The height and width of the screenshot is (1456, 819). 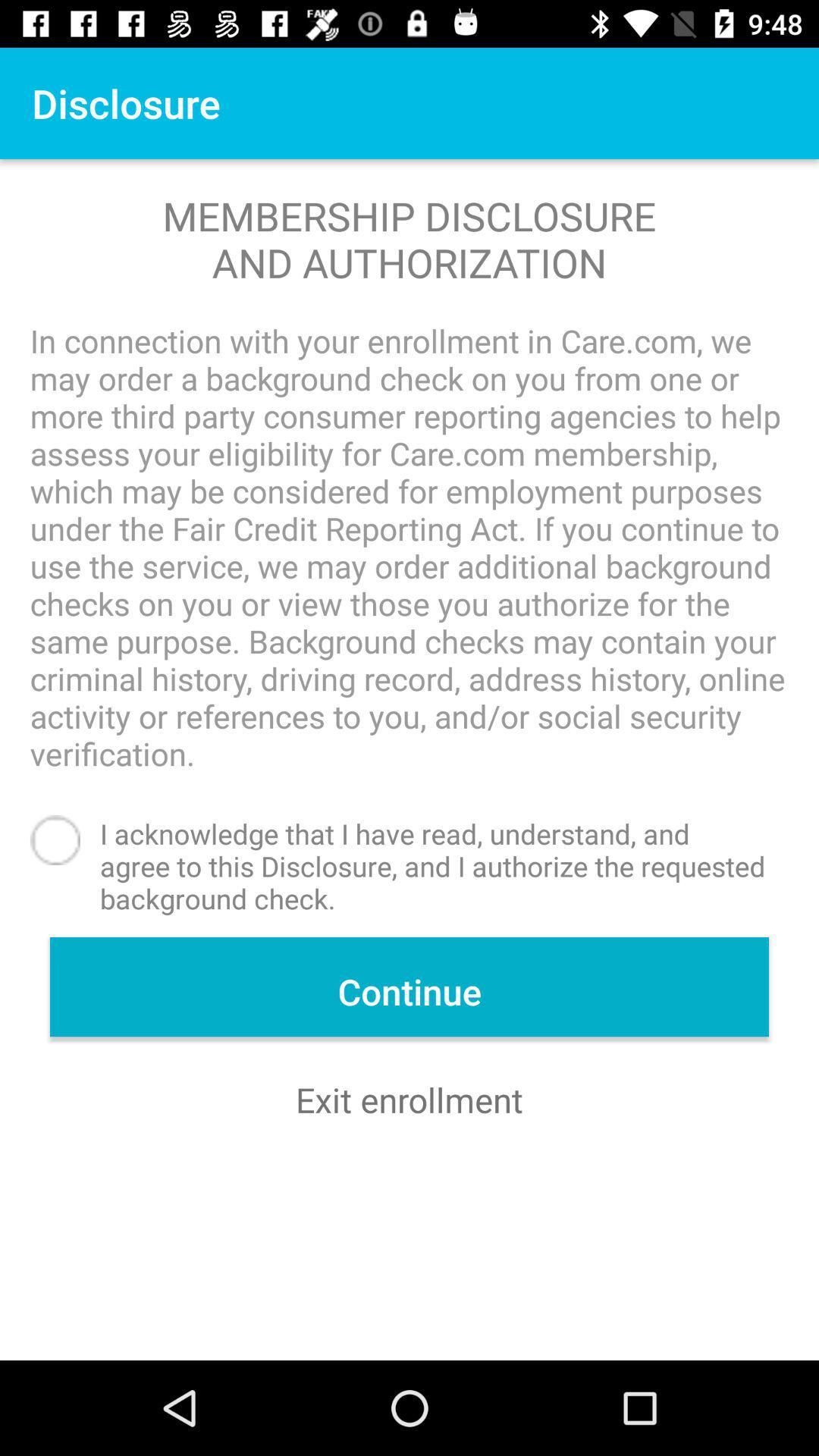 I want to click on continue, so click(x=409, y=987).